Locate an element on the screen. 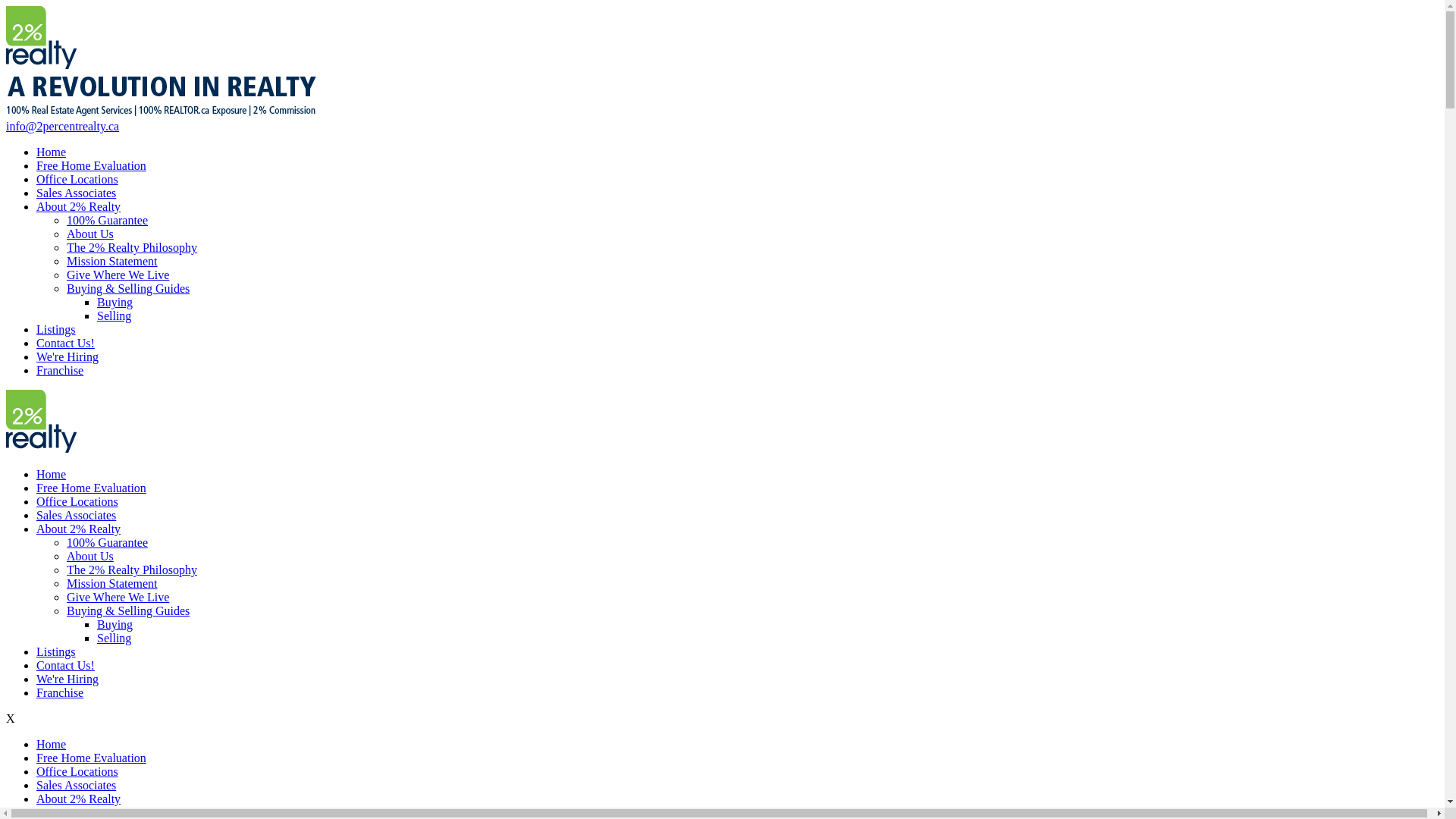 This screenshot has height=819, width=1456. 'About Us' is located at coordinates (89, 556).